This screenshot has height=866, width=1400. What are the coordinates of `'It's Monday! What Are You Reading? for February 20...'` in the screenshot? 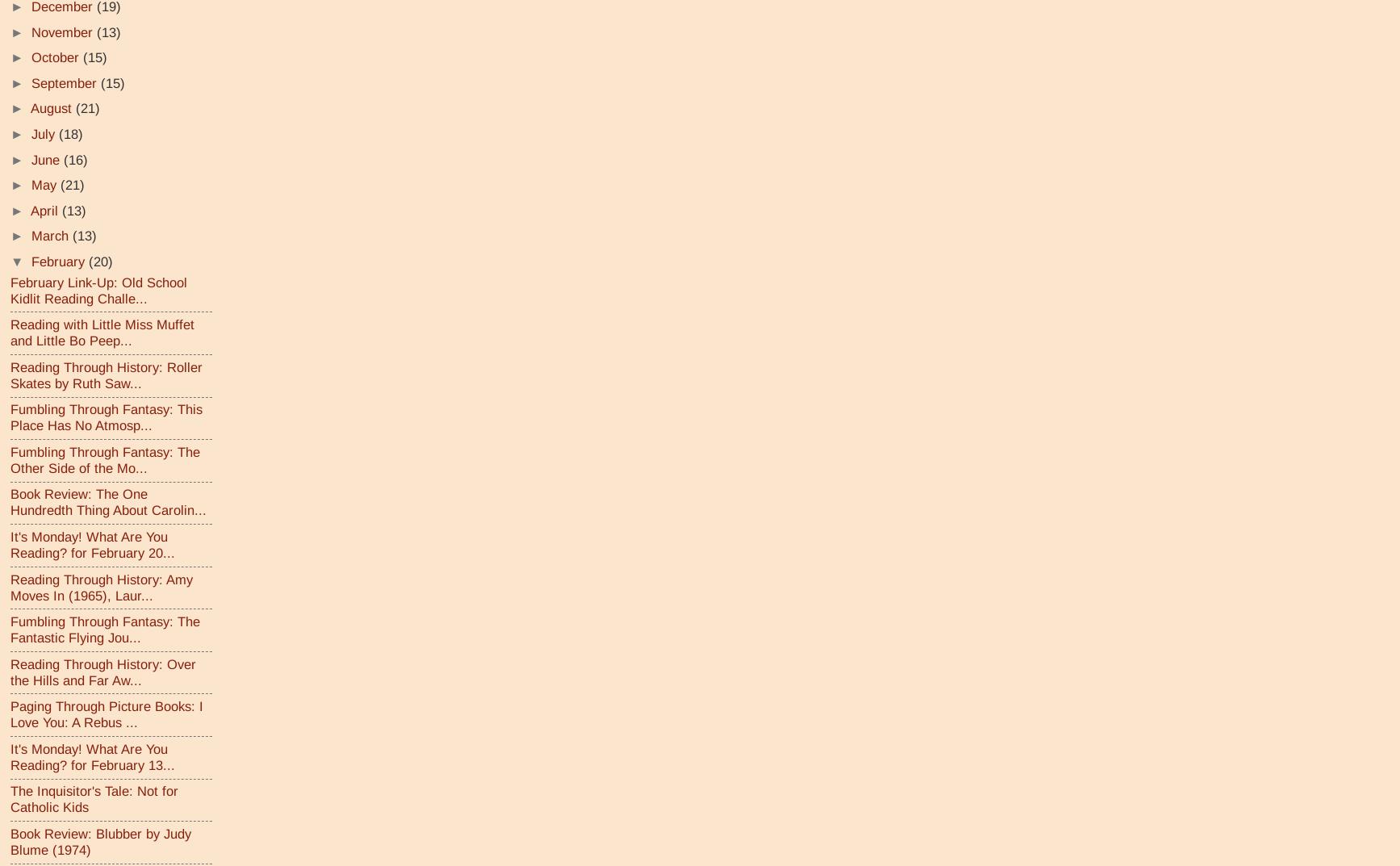 It's located at (93, 545).